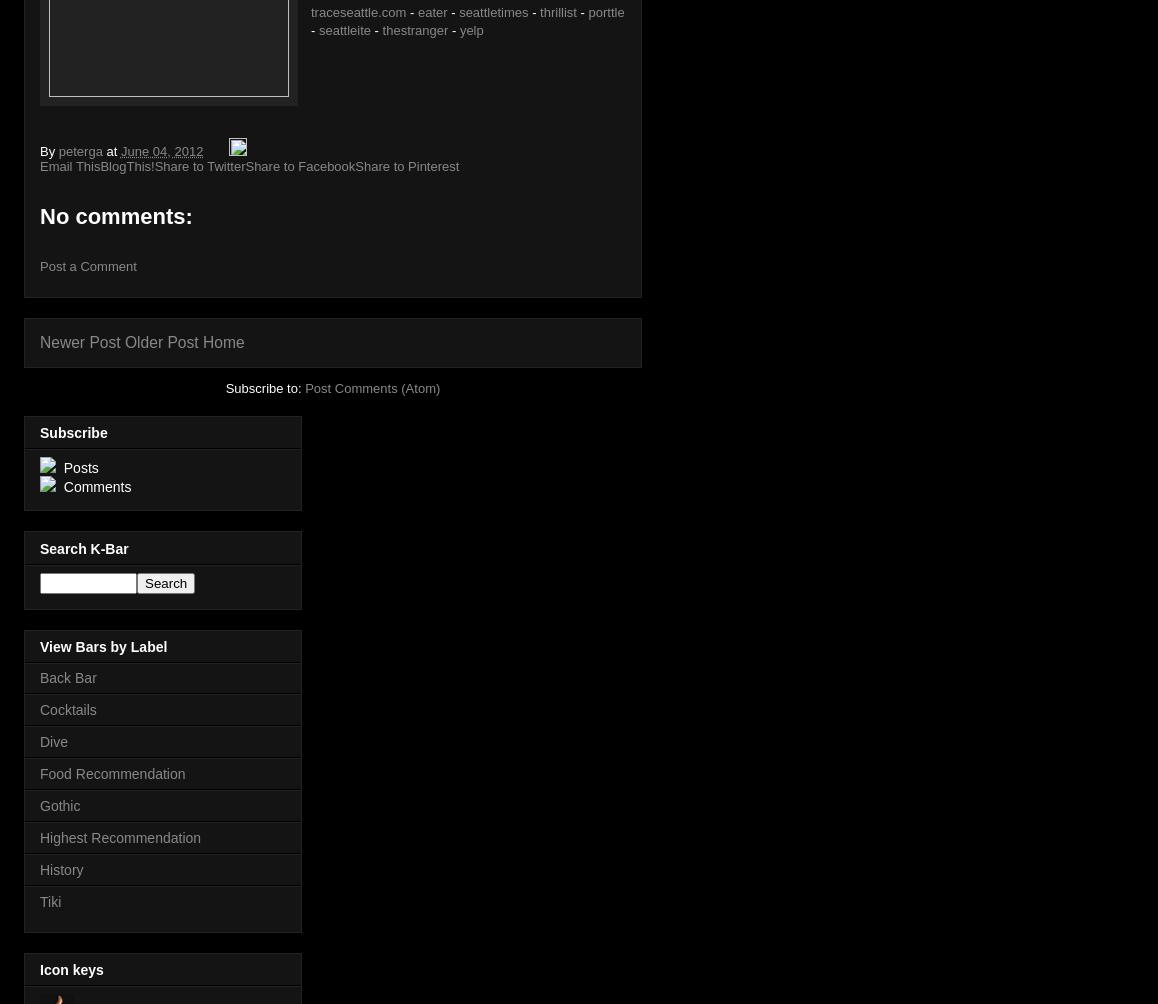 The image size is (1158, 1004). I want to click on 'Cocktails', so click(67, 708).